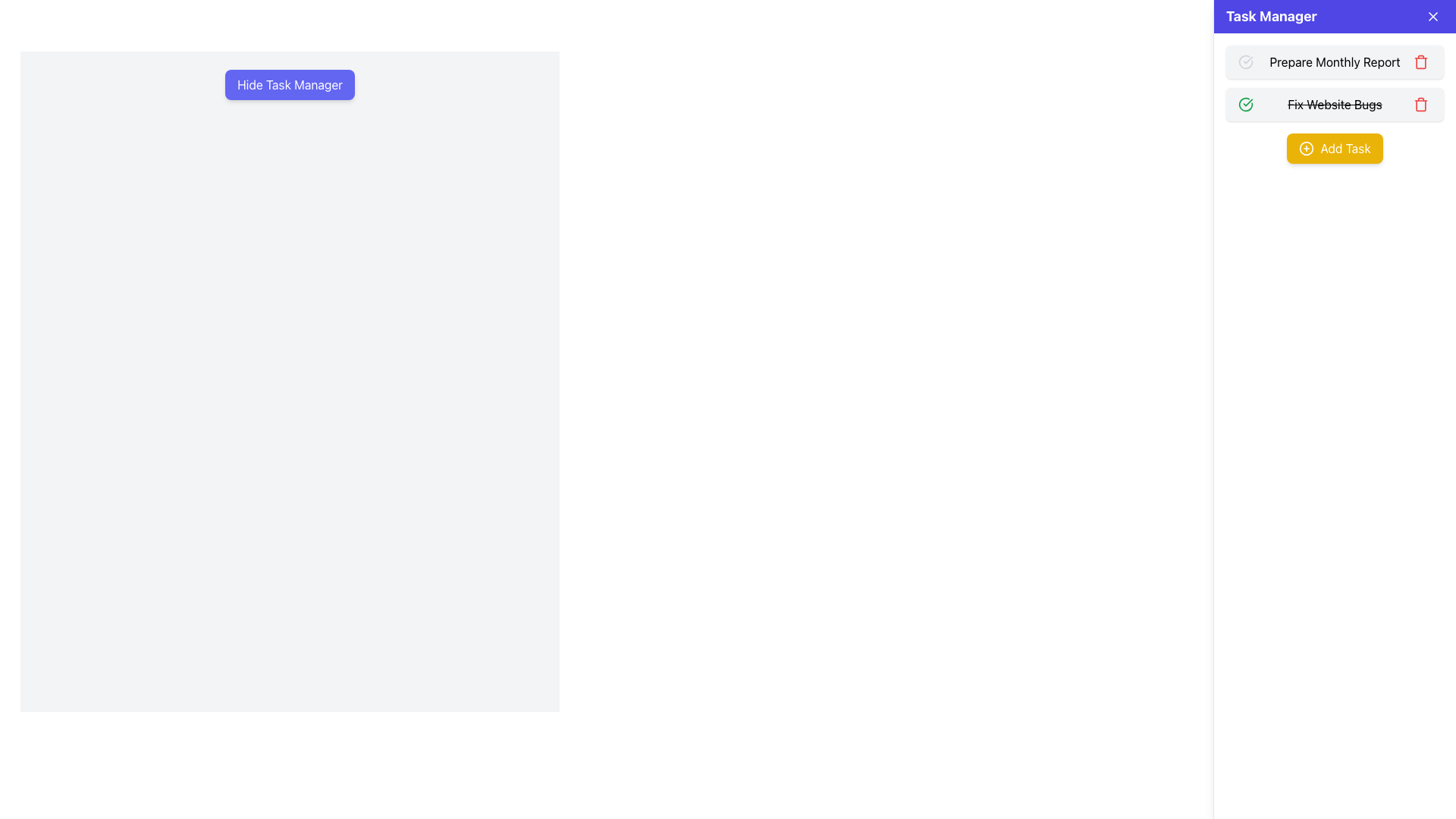 Image resolution: width=1456 pixels, height=819 pixels. I want to click on the 'X' icon button in the top-right corner of the 'Task Manager' panel, so click(1432, 17).